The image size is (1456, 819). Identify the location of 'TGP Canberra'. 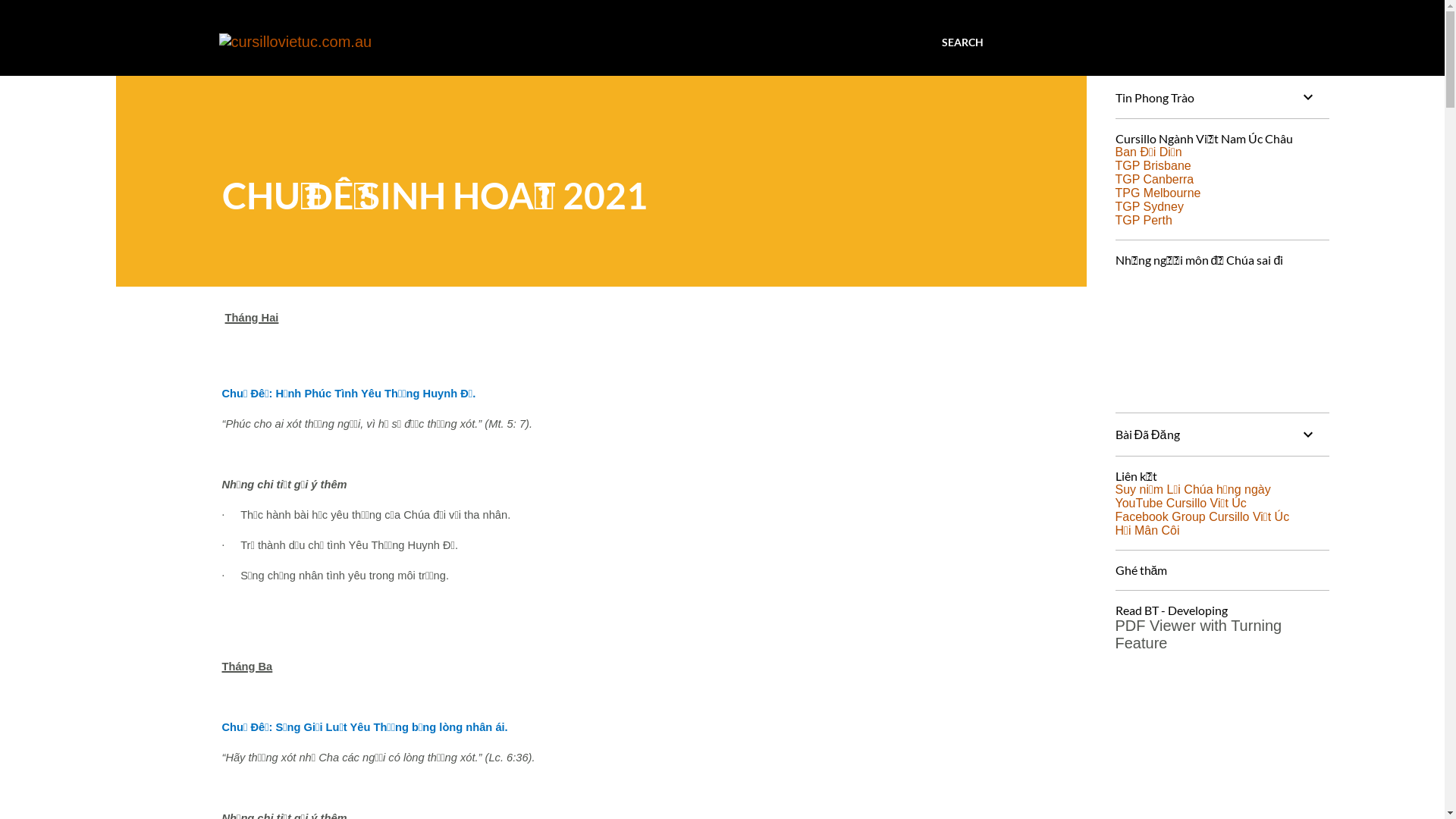
(1153, 178).